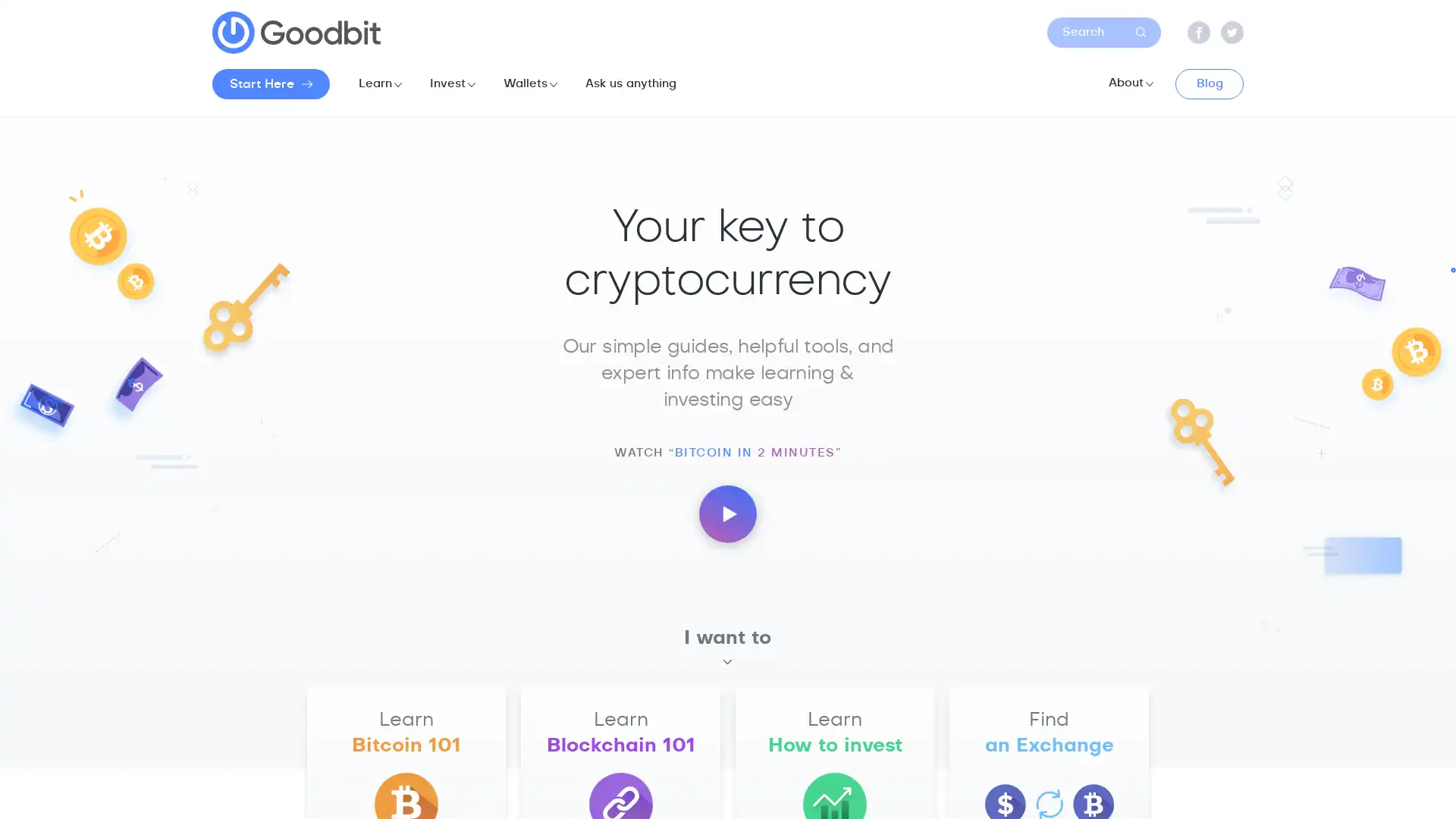  What do you see at coordinates (448, 83) in the screenshot?
I see `Invest` at bounding box center [448, 83].